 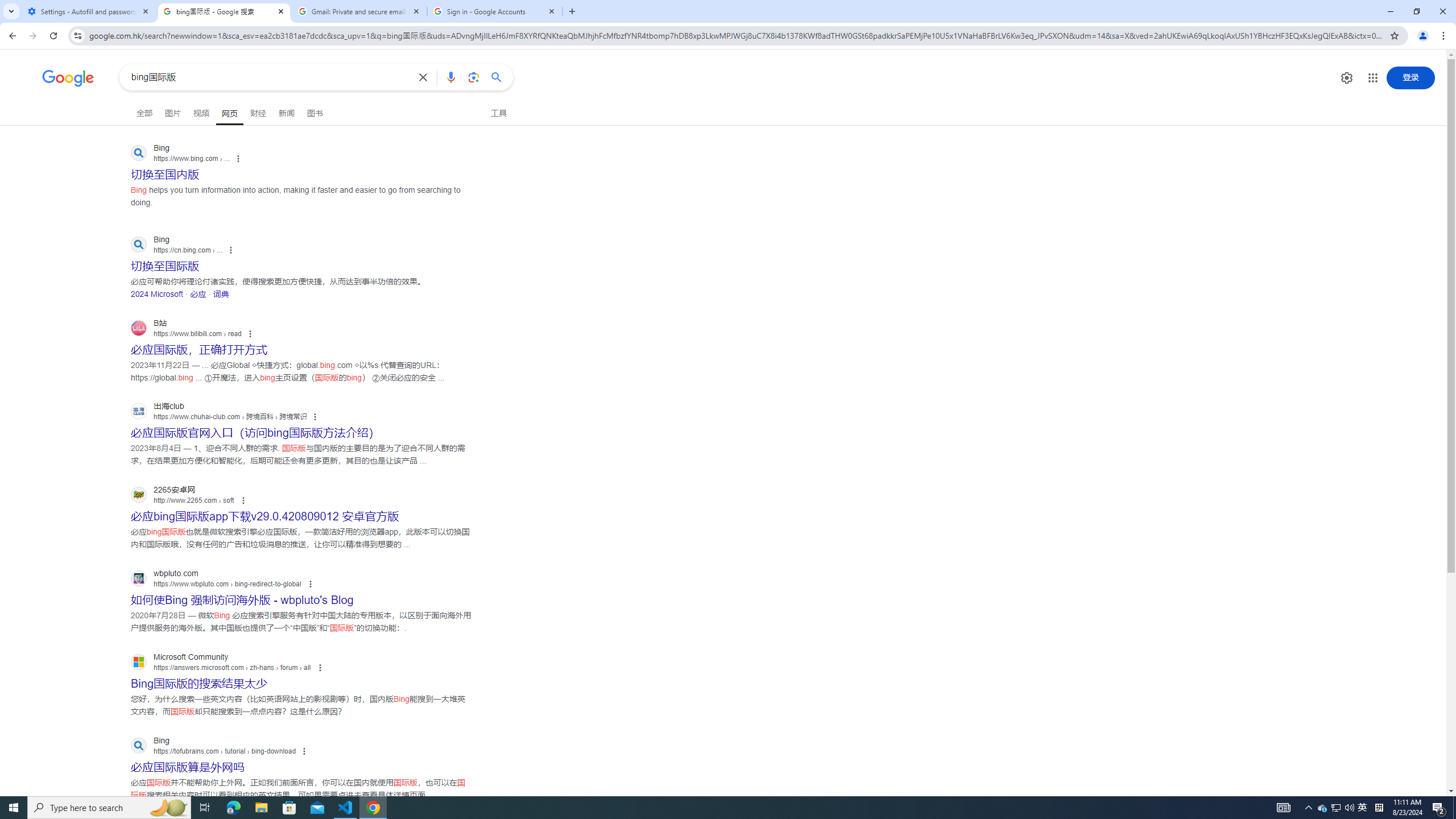 I want to click on 'System', so click(x=6, y=5).